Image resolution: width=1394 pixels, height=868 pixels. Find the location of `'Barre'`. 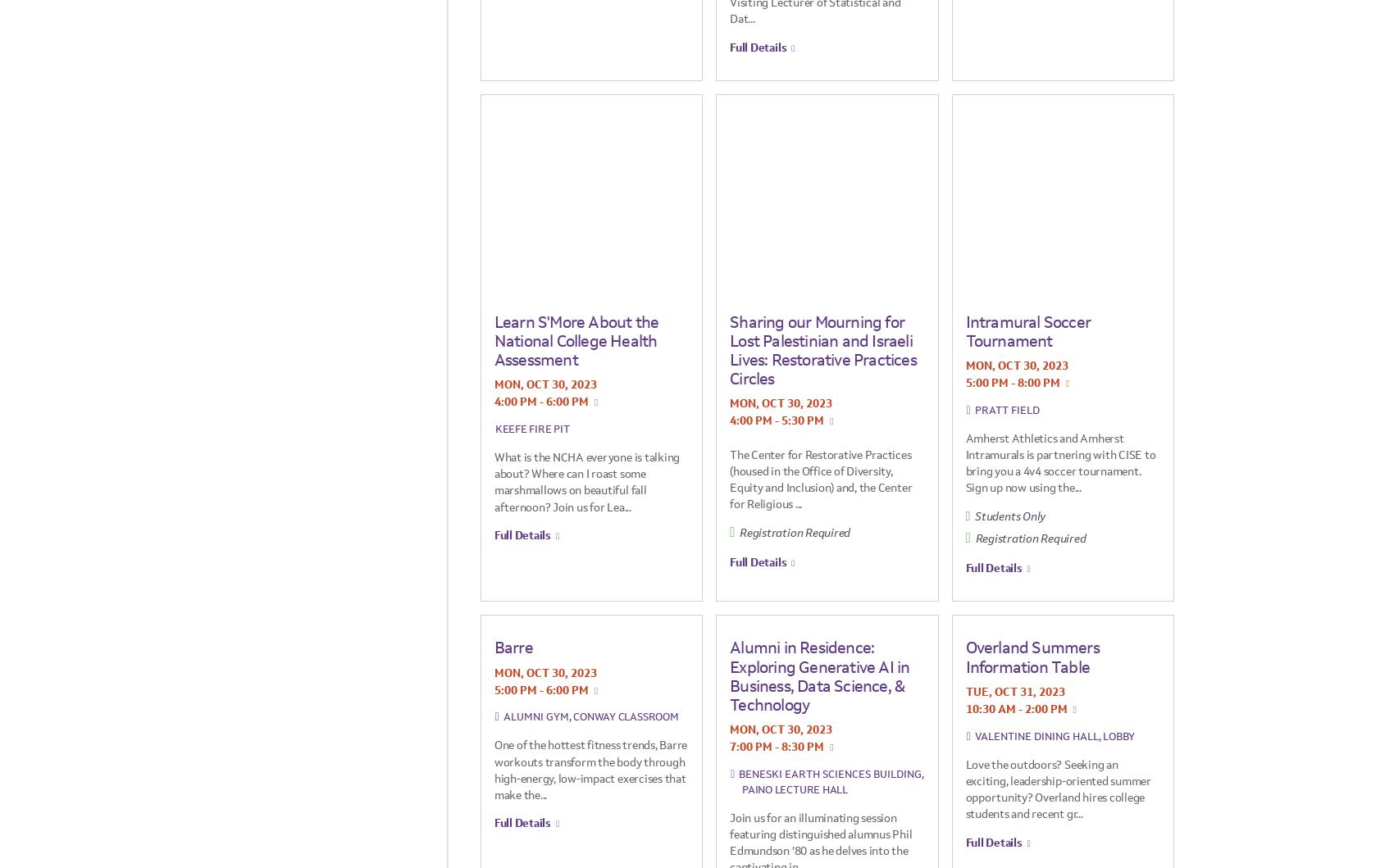

'Barre' is located at coordinates (512, 647).